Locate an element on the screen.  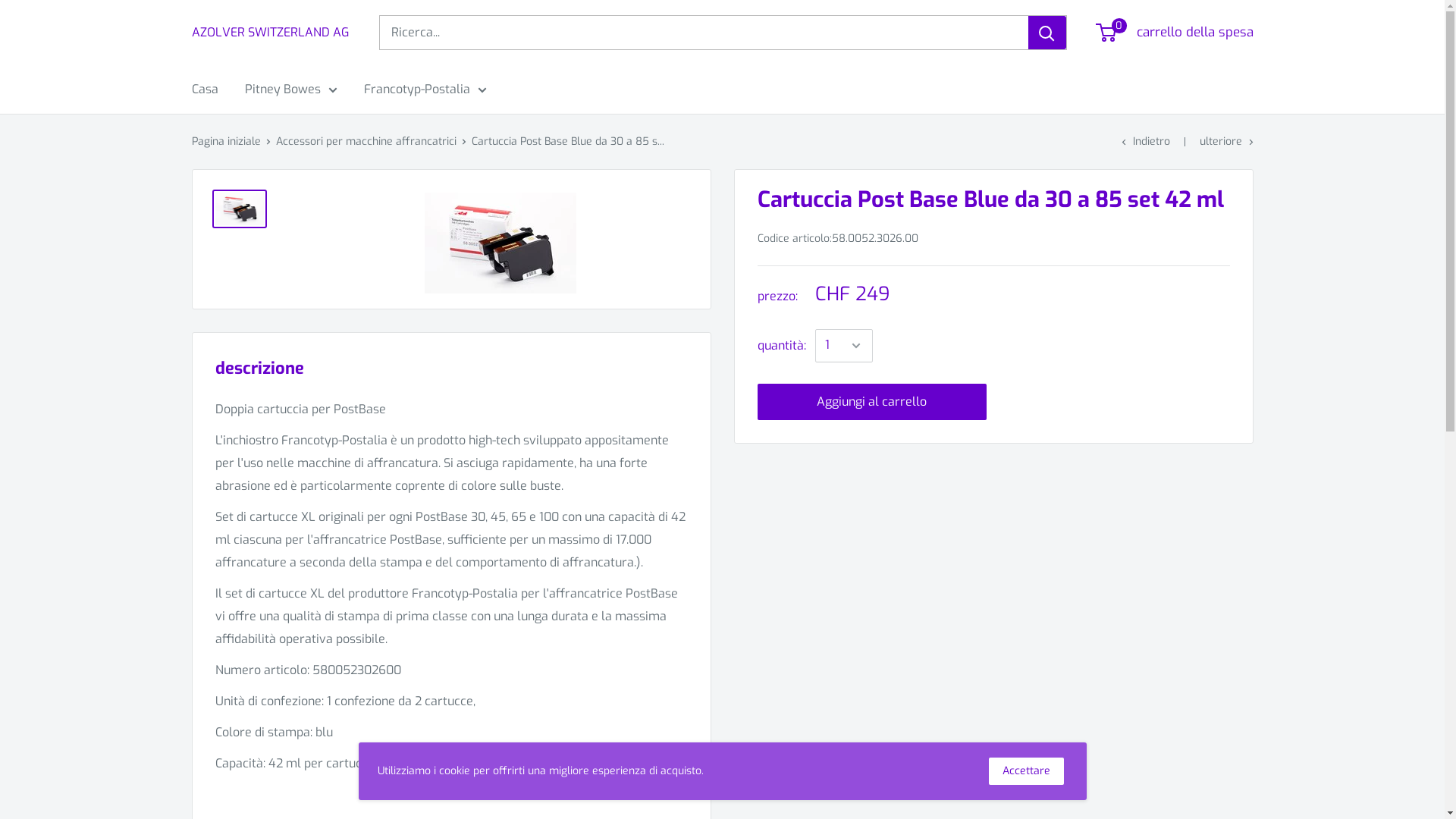
'0 is located at coordinates (1174, 32).